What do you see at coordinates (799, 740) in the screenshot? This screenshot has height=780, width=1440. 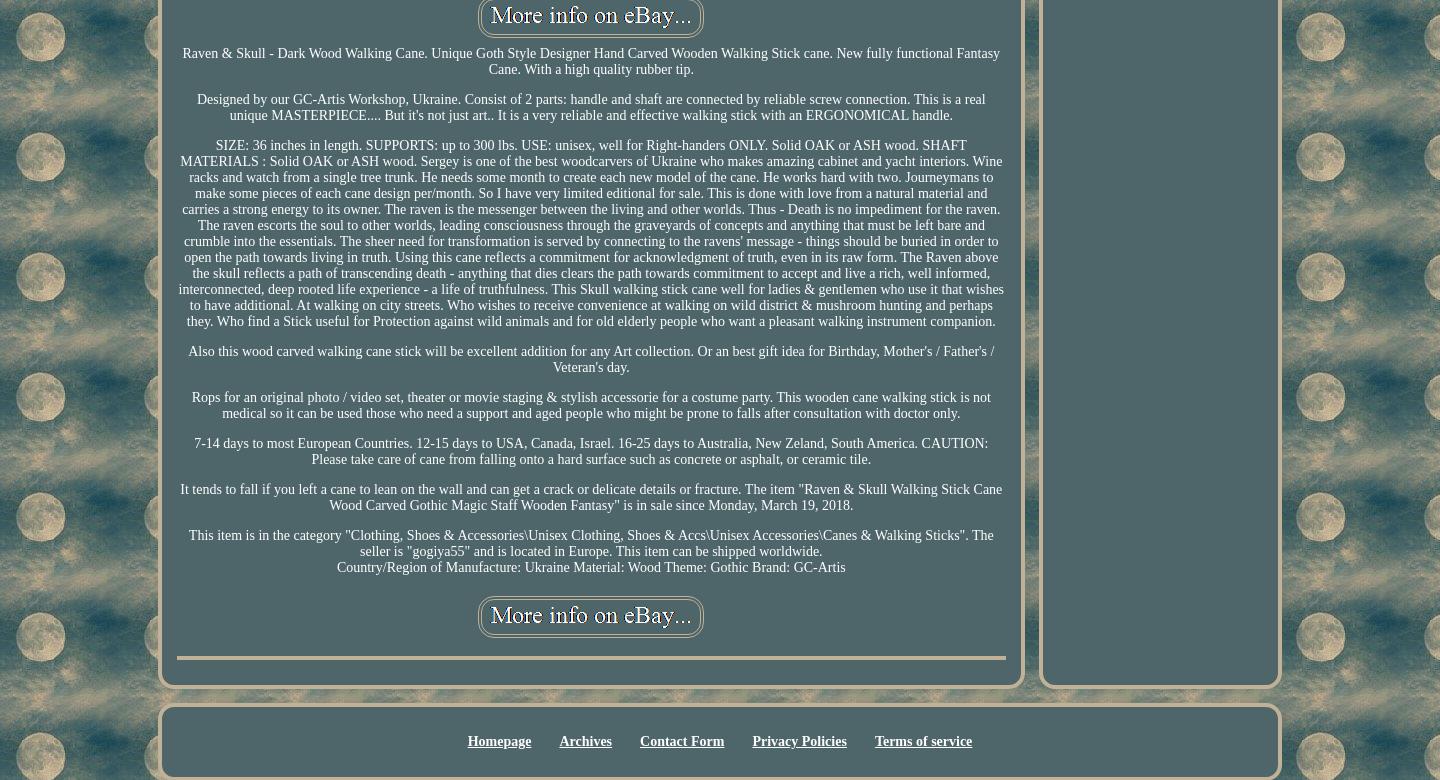 I see `'Privacy Policies'` at bounding box center [799, 740].